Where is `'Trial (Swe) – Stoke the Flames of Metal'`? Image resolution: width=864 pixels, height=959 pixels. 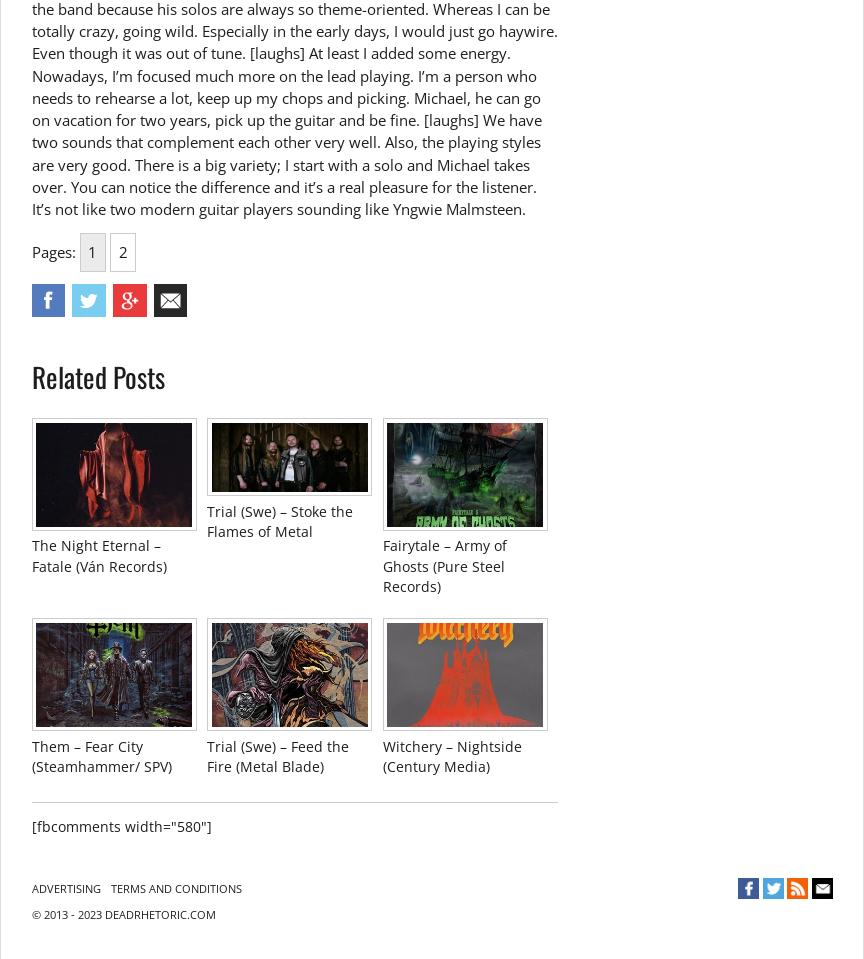 'Trial (Swe) – Stoke the Flames of Metal' is located at coordinates (280, 521).